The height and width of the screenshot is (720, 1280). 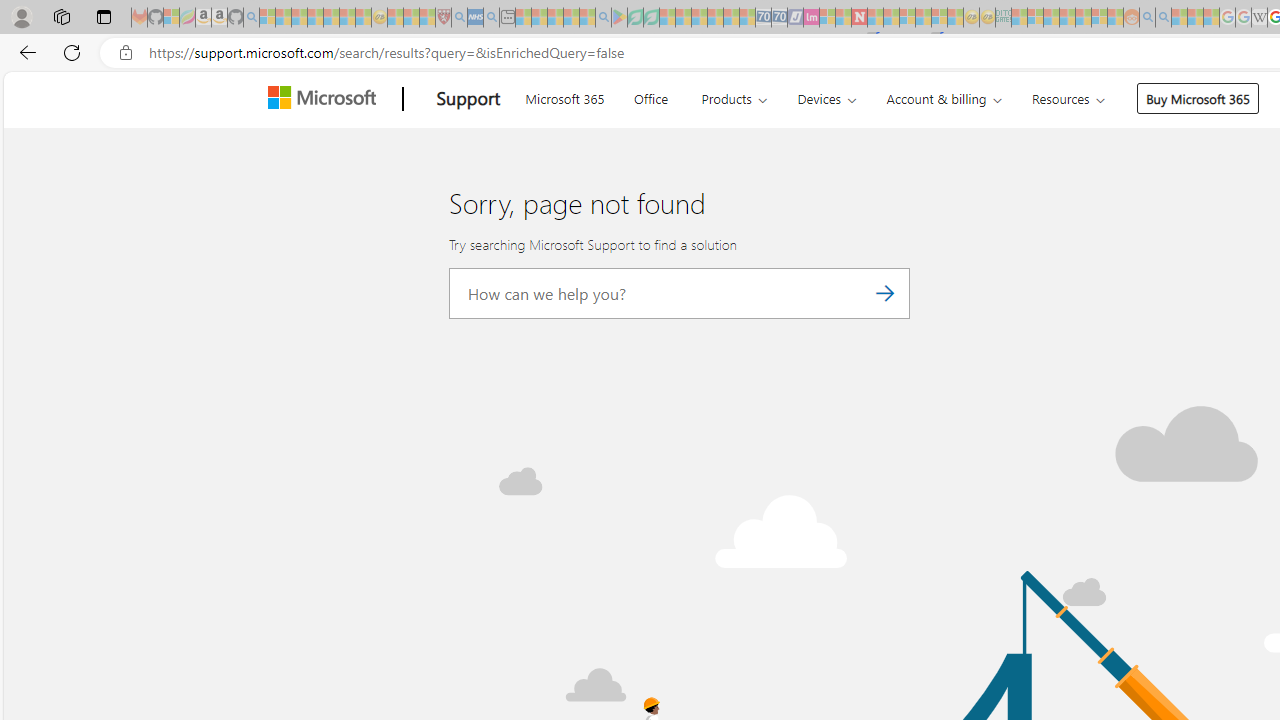 What do you see at coordinates (1082, 17) in the screenshot?
I see `'Kinda Frugal - MSN - Sleeping'` at bounding box center [1082, 17].